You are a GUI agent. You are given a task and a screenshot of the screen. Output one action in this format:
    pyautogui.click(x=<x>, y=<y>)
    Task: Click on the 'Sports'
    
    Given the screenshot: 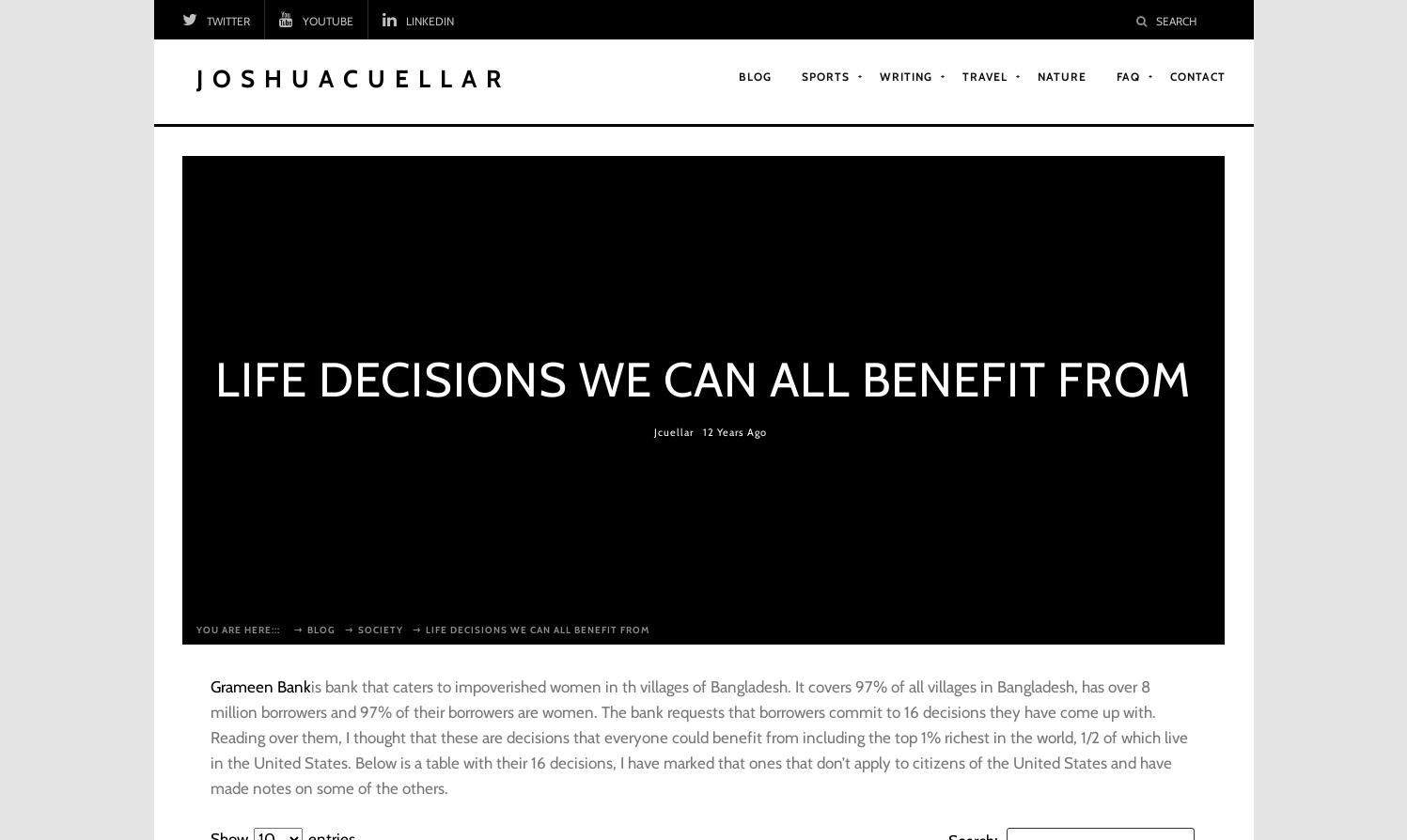 What is the action you would take?
    pyautogui.click(x=825, y=75)
    